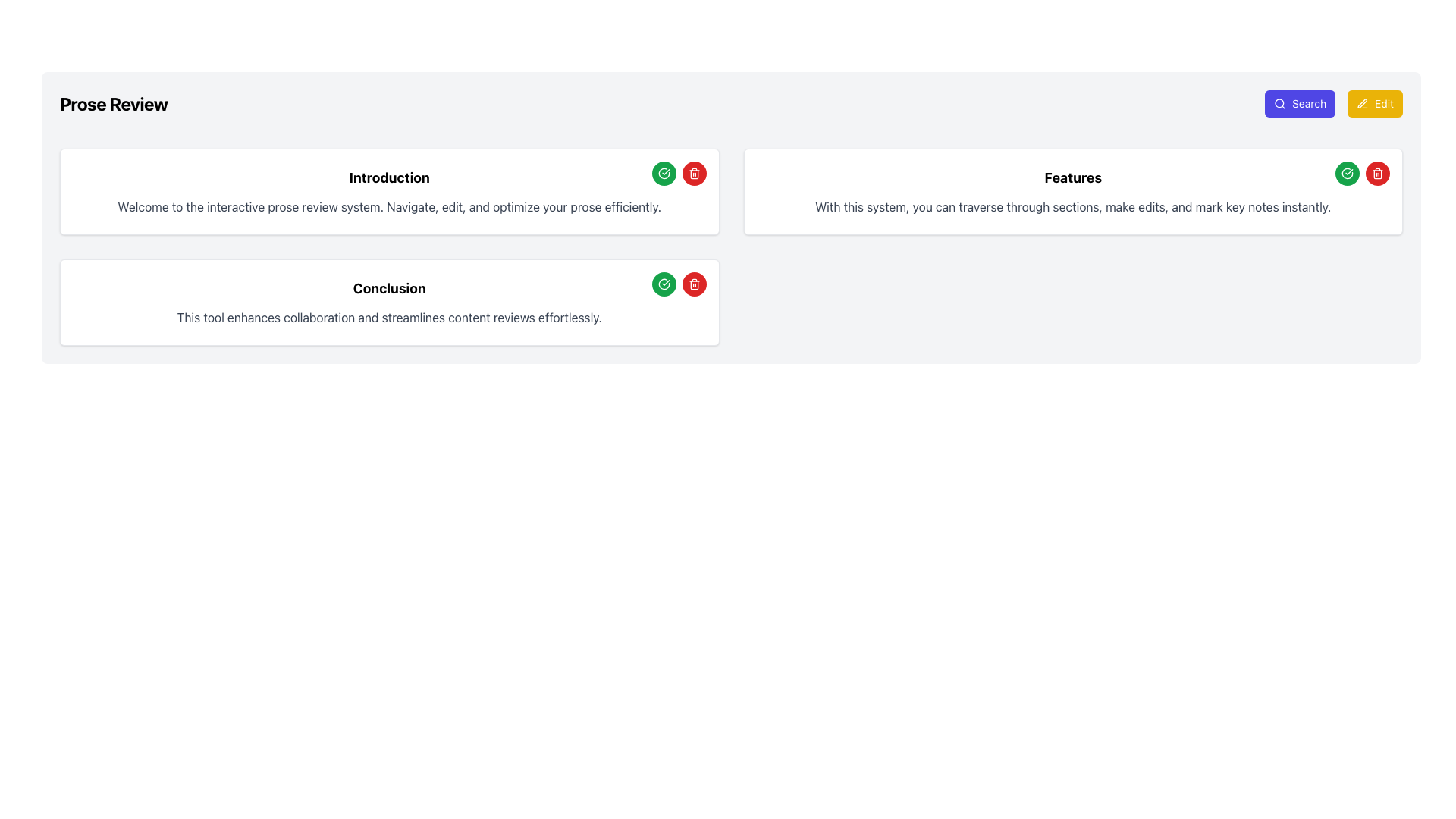 The height and width of the screenshot is (819, 1456). What do you see at coordinates (389, 302) in the screenshot?
I see `the Informational Card, which is the third card in the grid layout, located beneath the 'Introduction' card and next to the 'Features' card` at bounding box center [389, 302].